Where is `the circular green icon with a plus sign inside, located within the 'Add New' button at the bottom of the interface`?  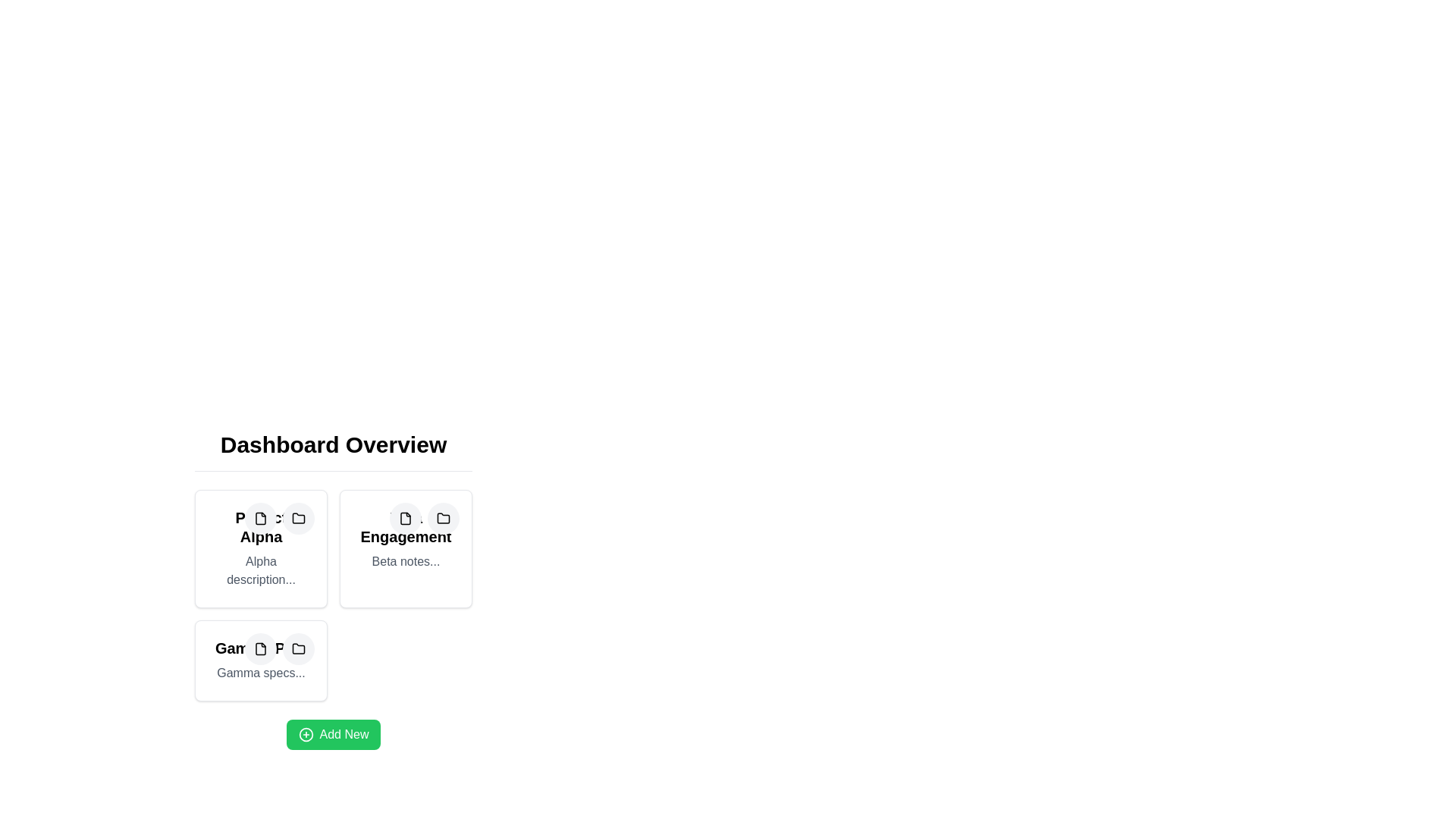
the circular green icon with a plus sign inside, located within the 'Add New' button at the bottom of the interface is located at coordinates (305, 733).